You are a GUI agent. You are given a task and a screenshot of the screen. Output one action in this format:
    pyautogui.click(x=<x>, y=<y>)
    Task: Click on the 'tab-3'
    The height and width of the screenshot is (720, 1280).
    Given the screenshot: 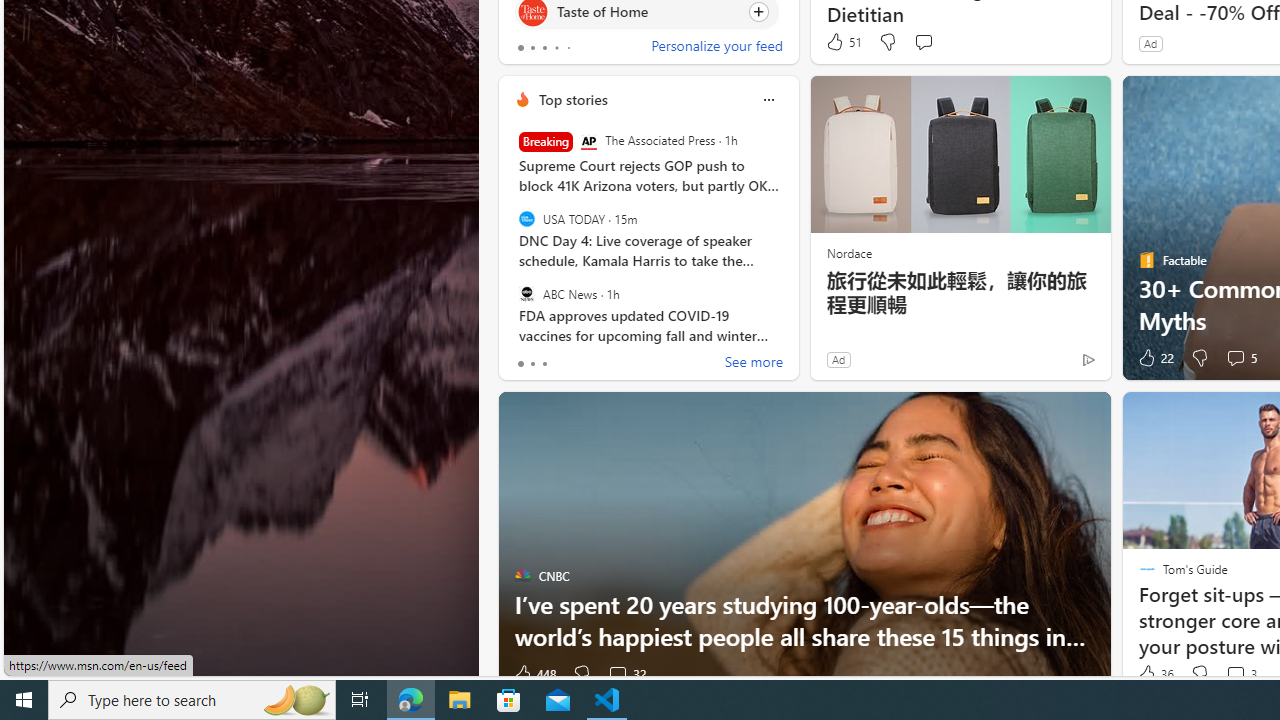 What is the action you would take?
    pyautogui.click(x=556, y=46)
    